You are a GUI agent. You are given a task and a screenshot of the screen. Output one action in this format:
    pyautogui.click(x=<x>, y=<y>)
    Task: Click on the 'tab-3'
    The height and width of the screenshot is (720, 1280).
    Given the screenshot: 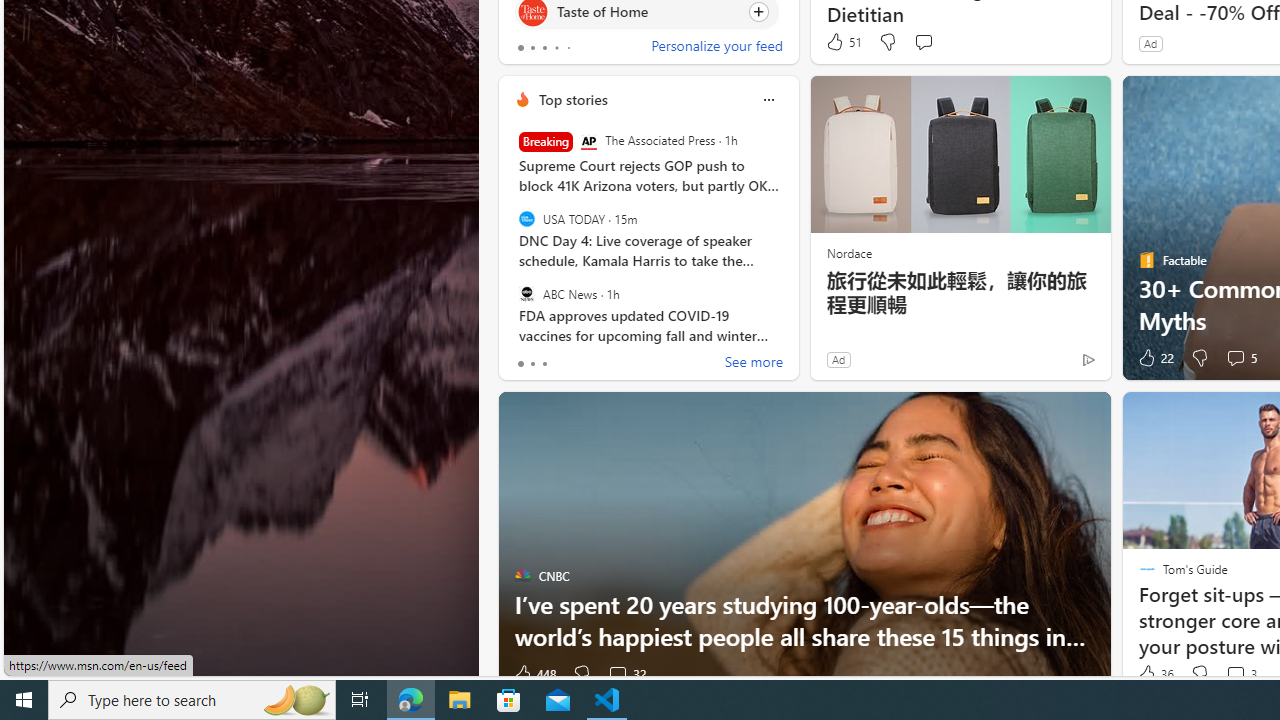 What is the action you would take?
    pyautogui.click(x=556, y=46)
    